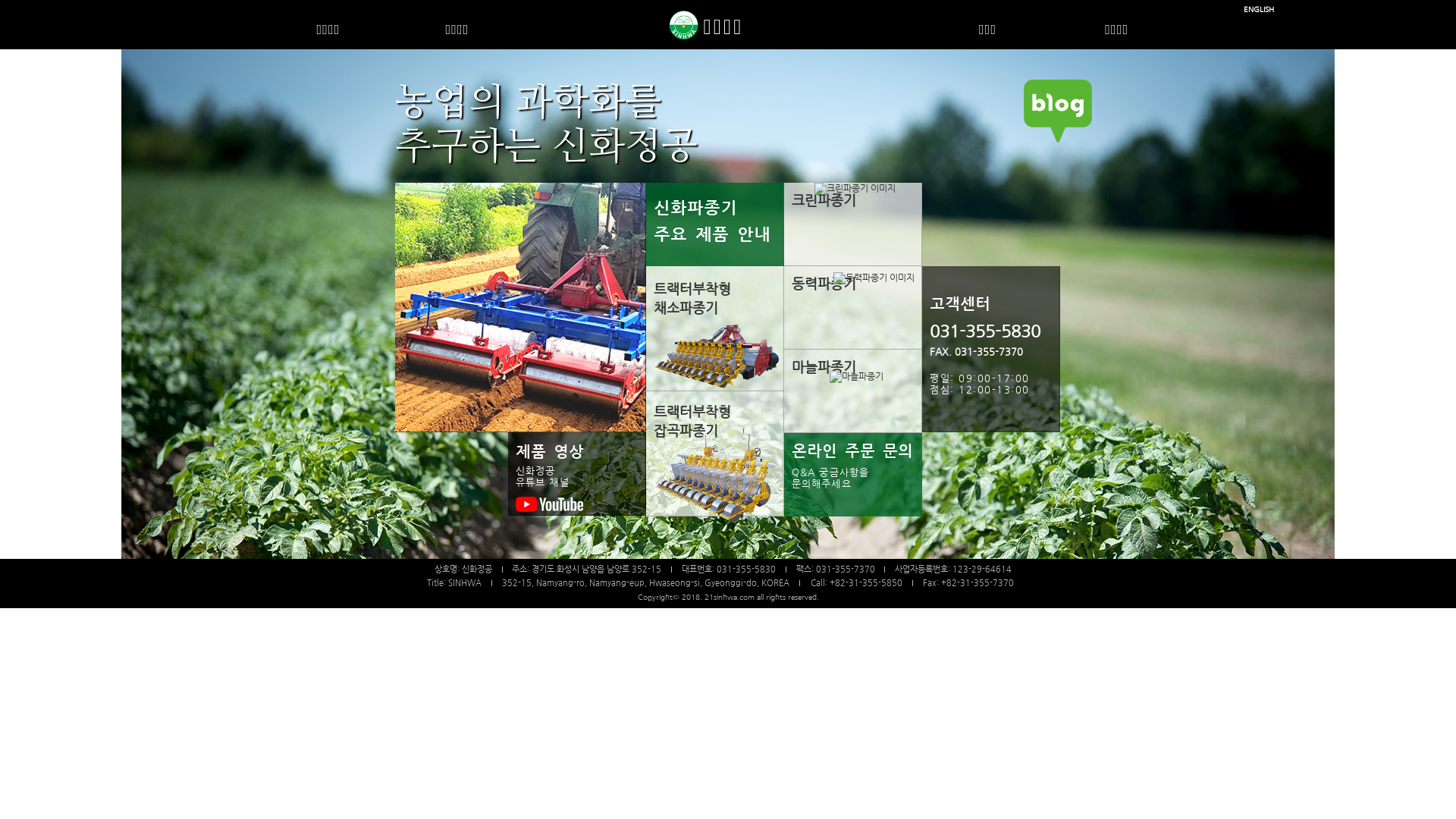 Image resolution: width=1456 pixels, height=819 pixels. I want to click on 'ENGLISH', so click(1259, 9).